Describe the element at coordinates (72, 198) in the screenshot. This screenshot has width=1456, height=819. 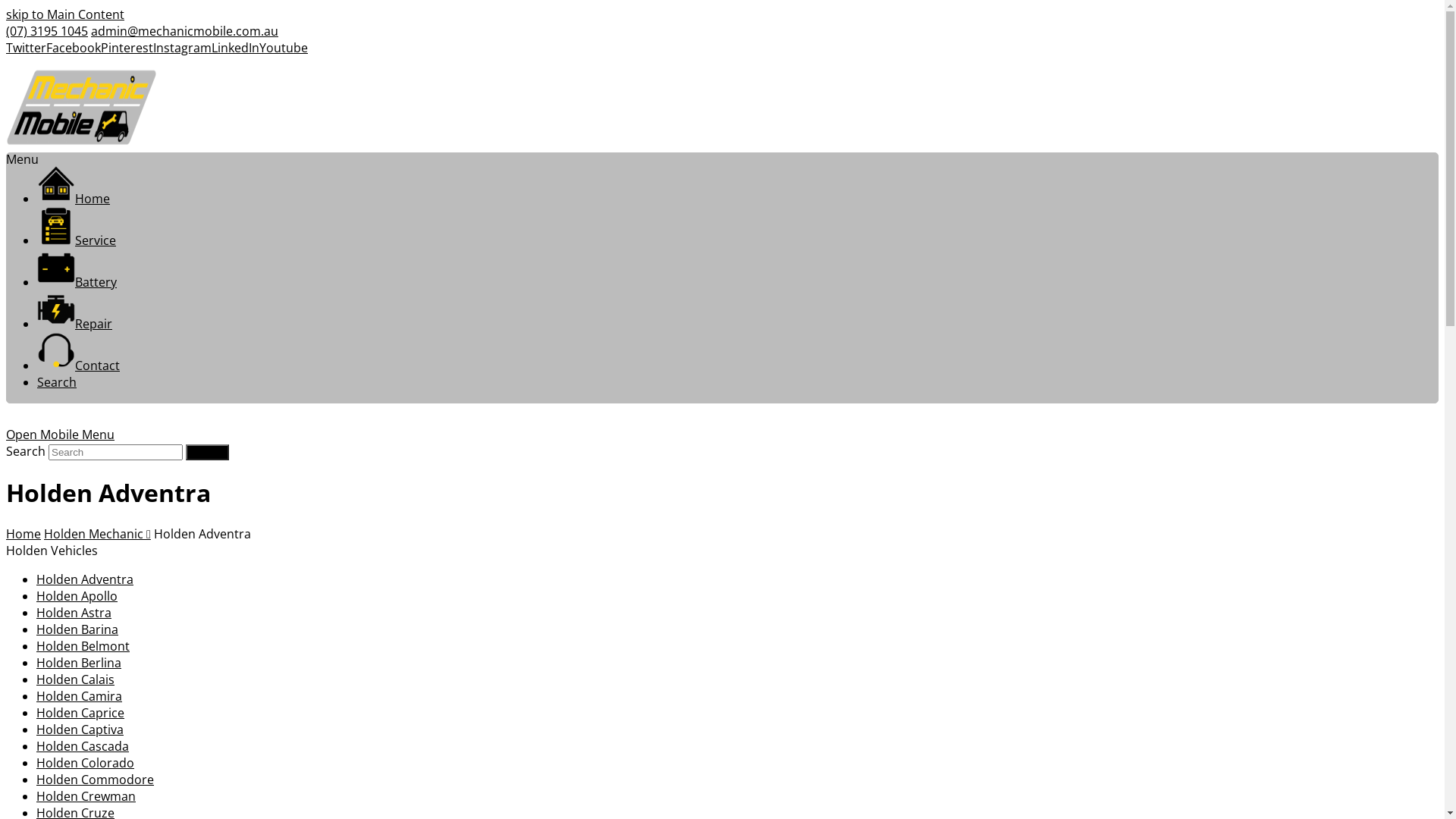
I see `'Home'` at that location.